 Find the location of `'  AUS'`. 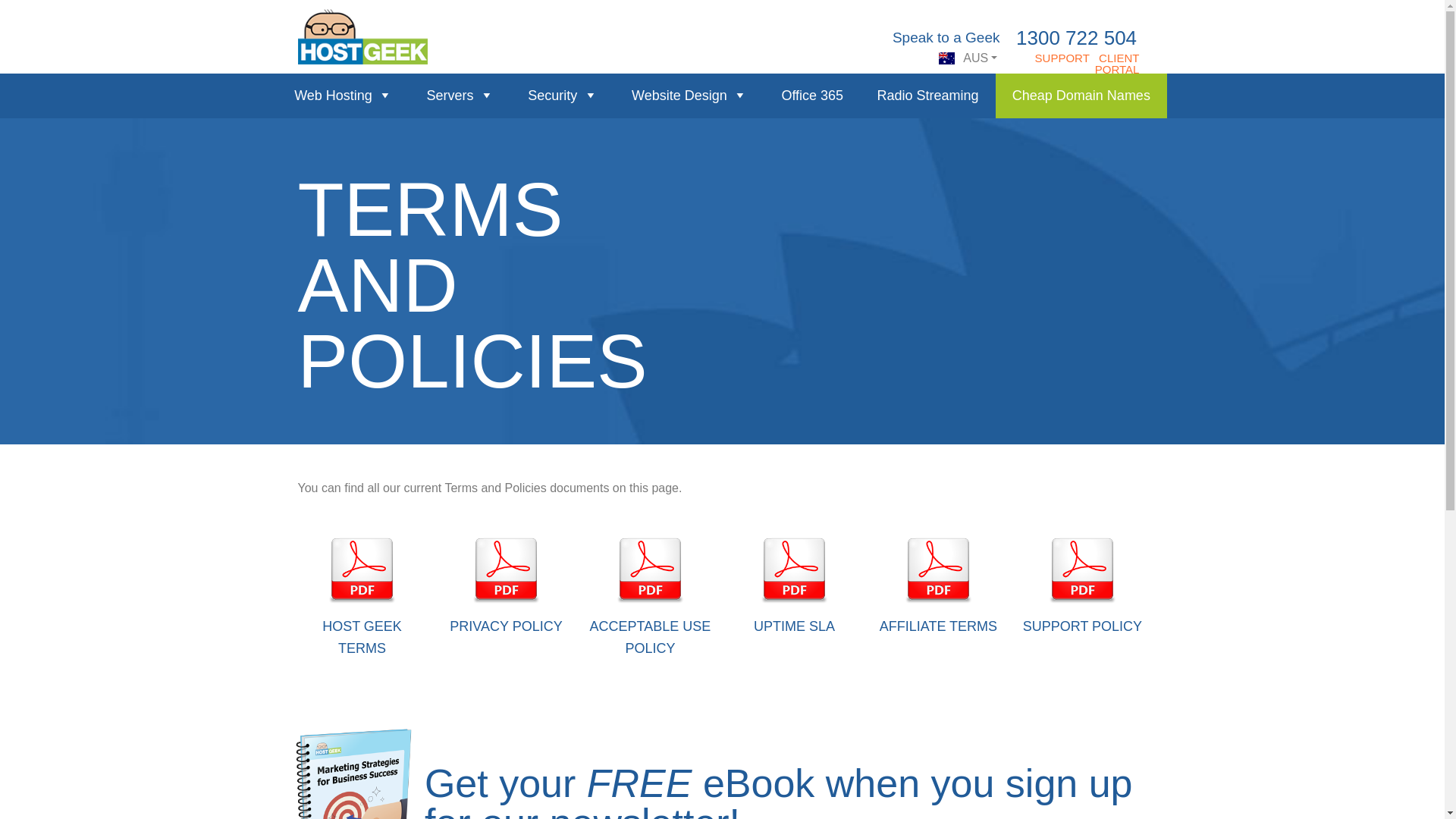

'  AUS' is located at coordinates (967, 58).